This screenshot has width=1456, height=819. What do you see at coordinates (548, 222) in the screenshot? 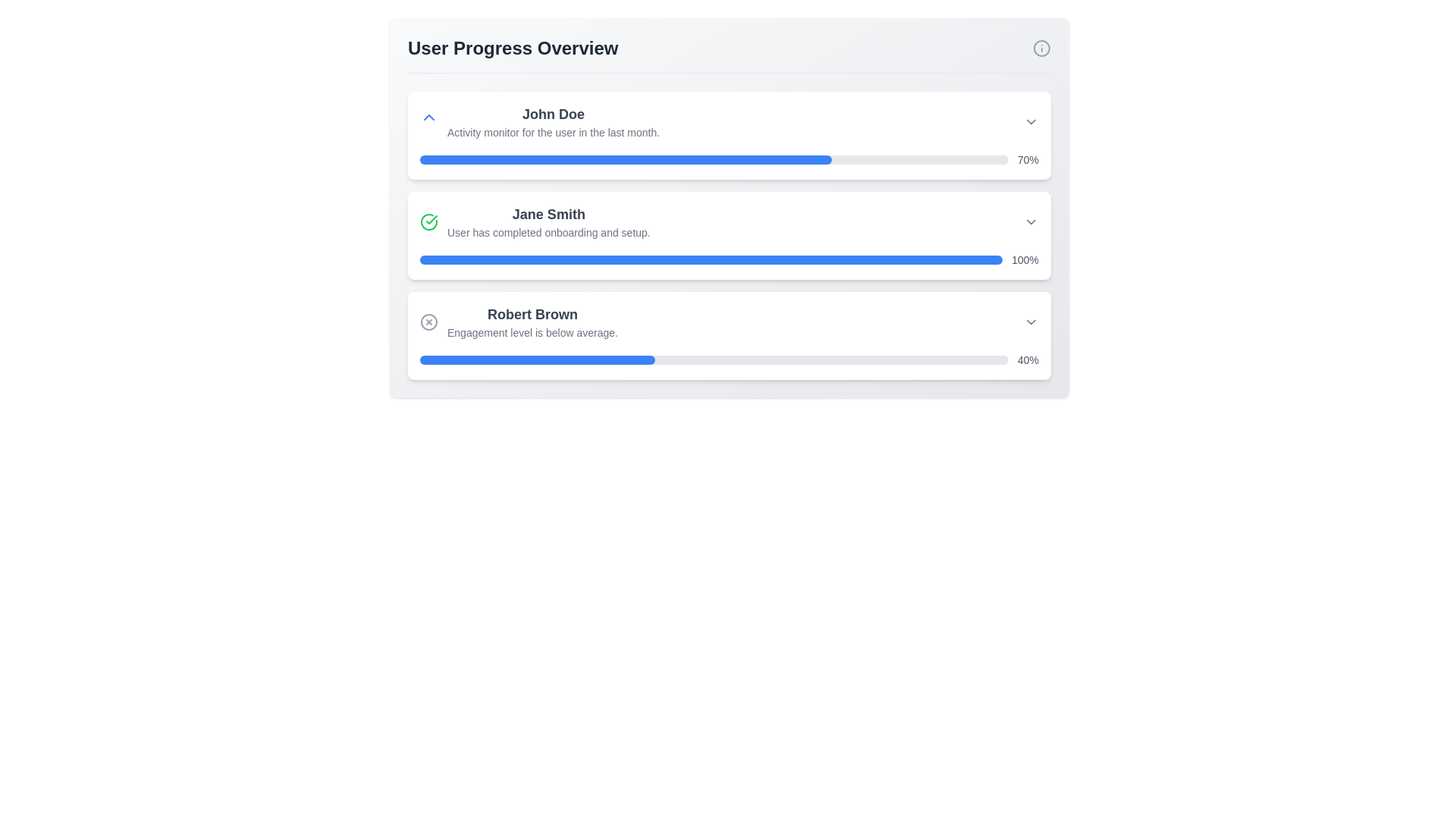
I see `the text block that indicates 'Jane Smith' has completed onboarding and setup, which is the second item in the vertical list of user progress cards` at bounding box center [548, 222].